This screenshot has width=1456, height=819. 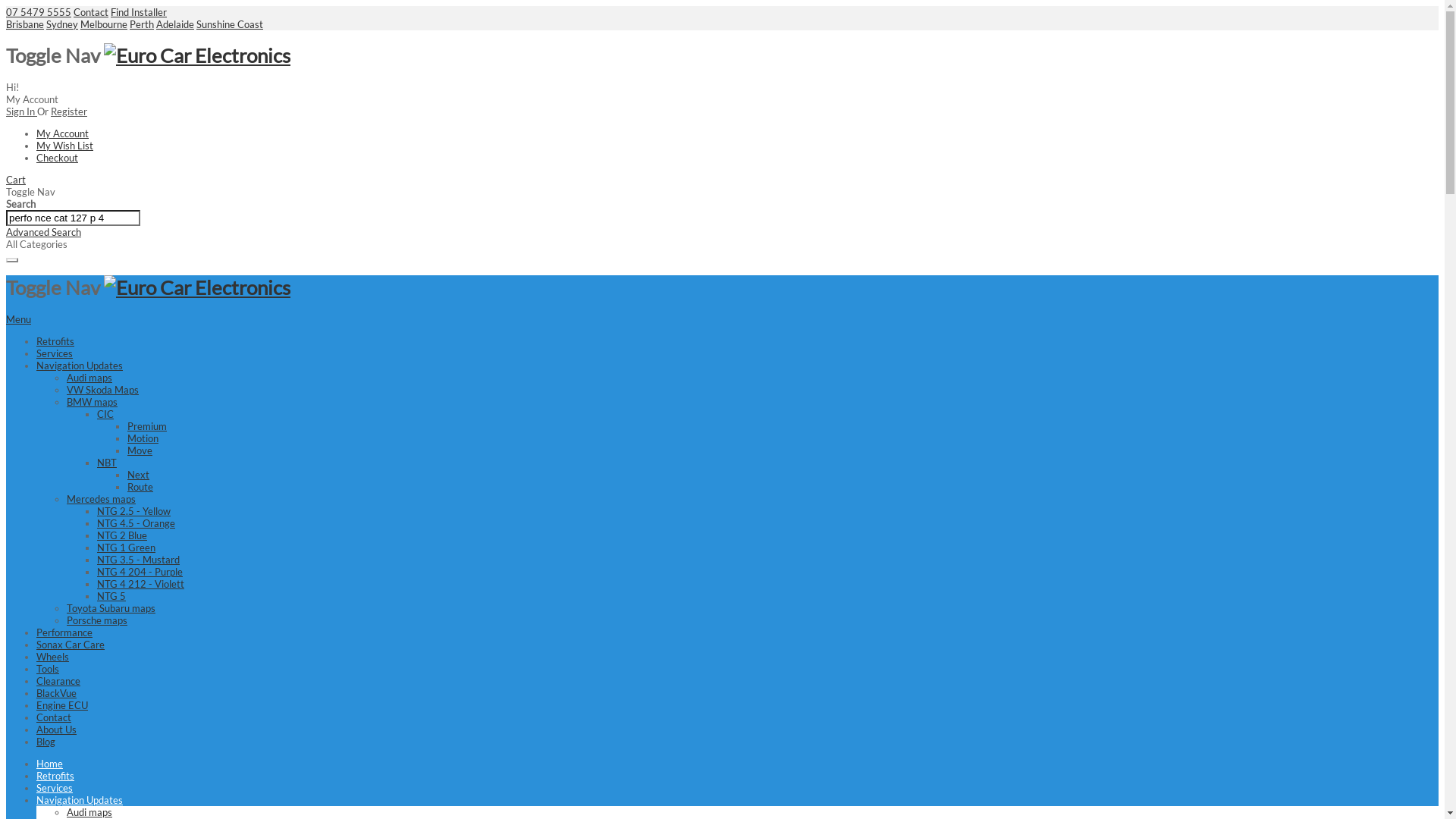 I want to click on 'About Us', so click(x=56, y=728).